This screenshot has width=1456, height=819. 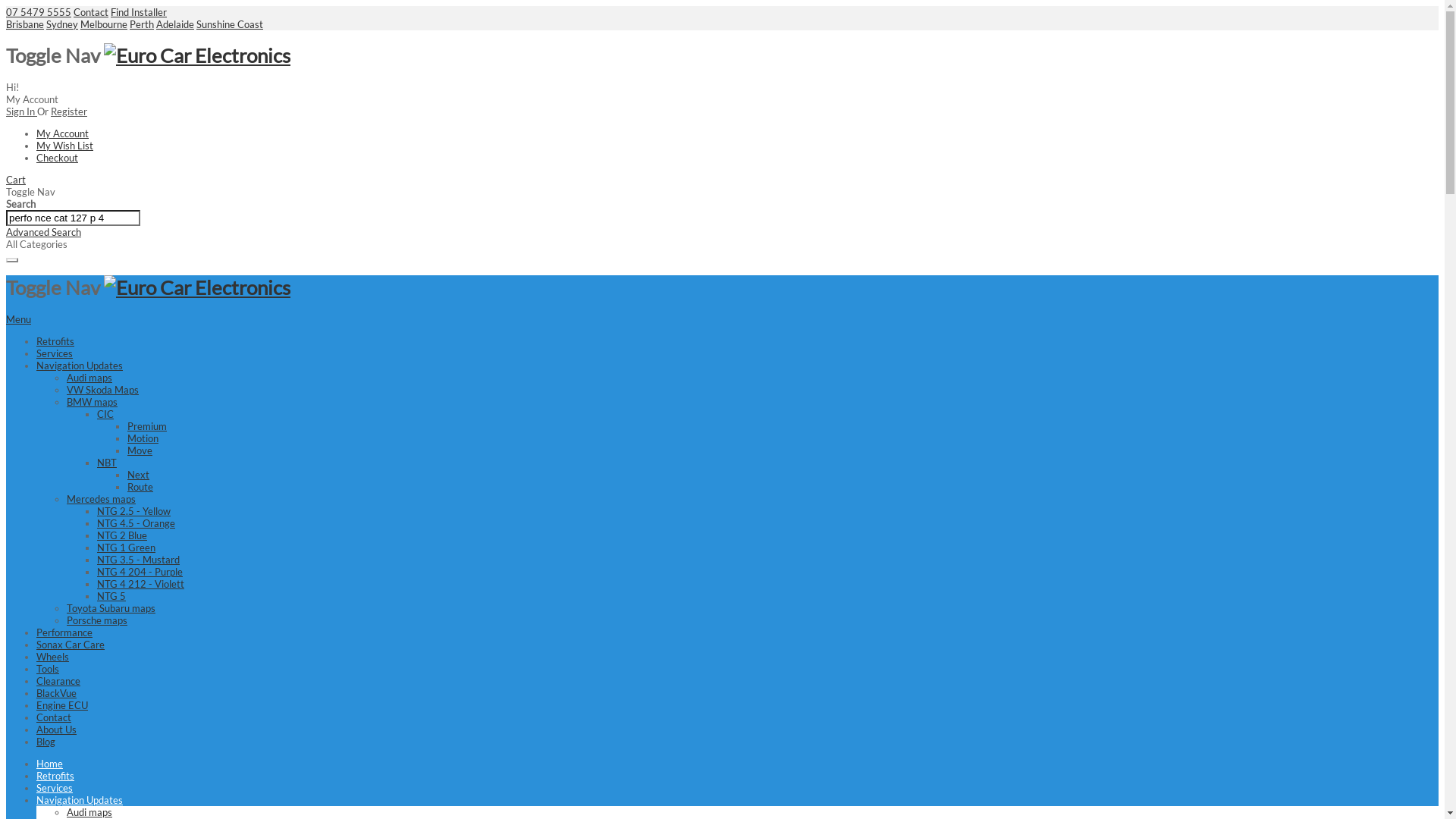 I want to click on 'About Us', so click(x=56, y=728).